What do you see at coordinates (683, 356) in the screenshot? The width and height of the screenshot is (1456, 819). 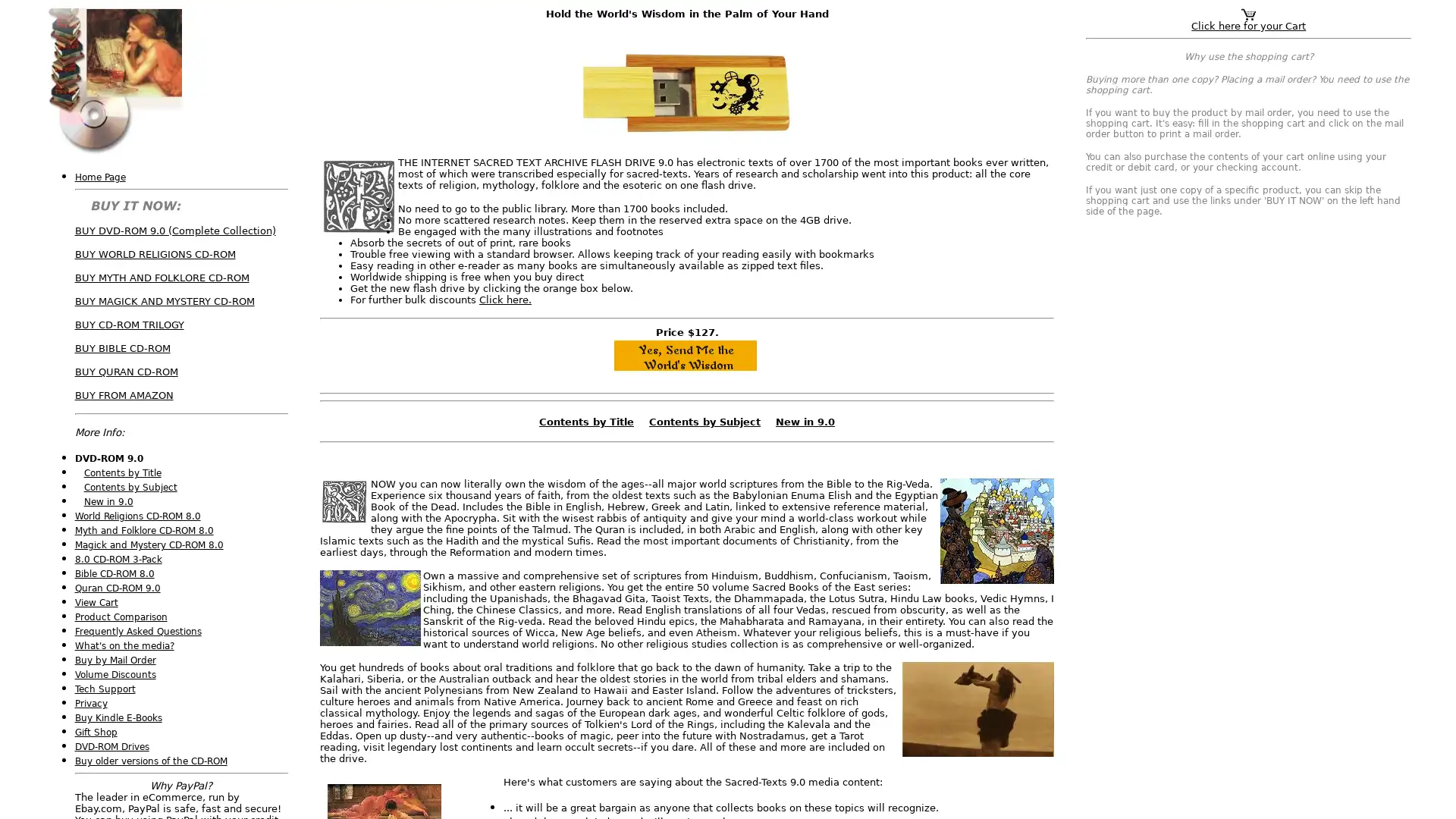 I see `PayPal - The safer, easier way to pay online!` at bounding box center [683, 356].